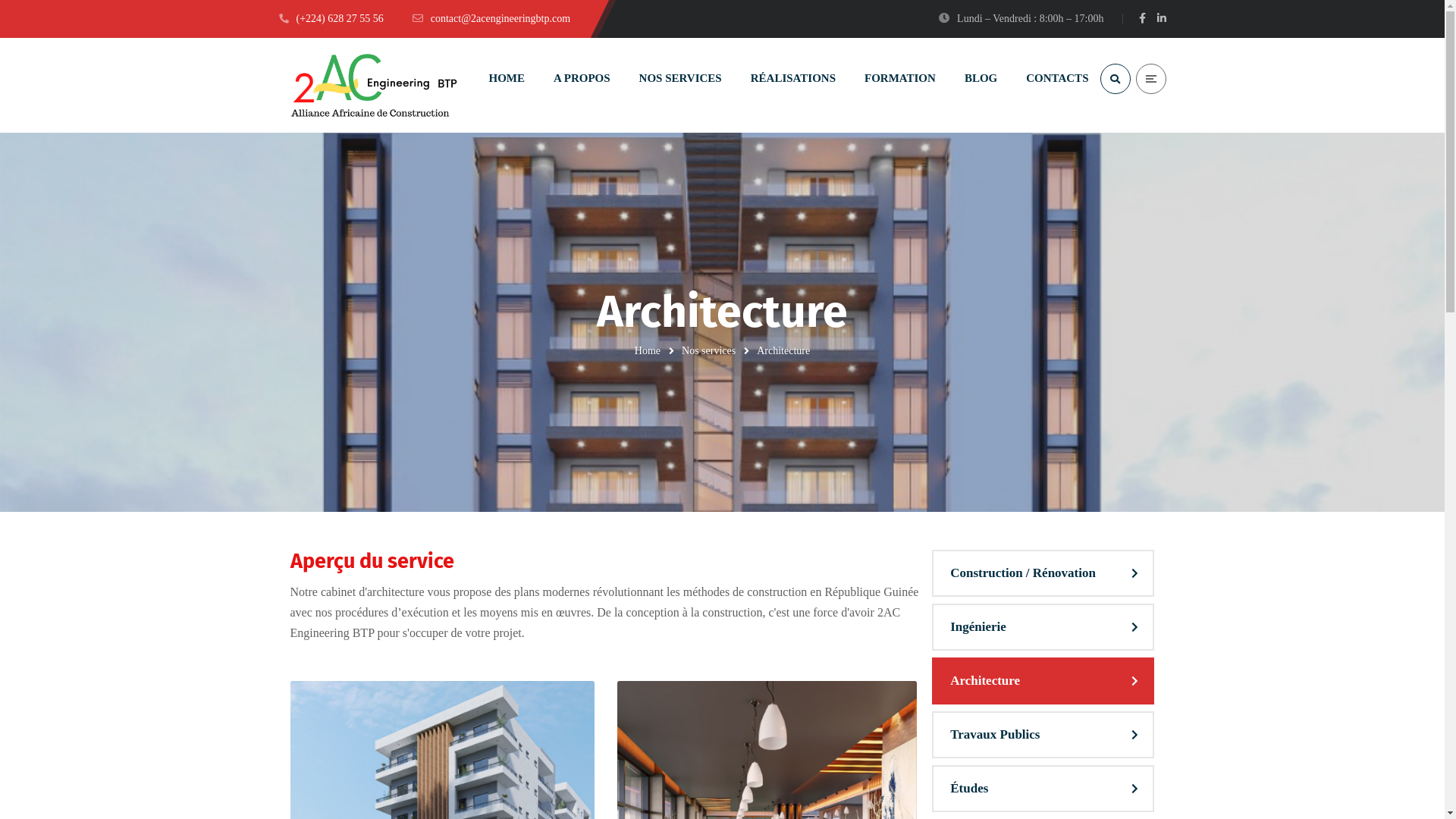  What do you see at coordinates (1042, 680) in the screenshot?
I see `'Architecture'` at bounding box center [1042, 680].